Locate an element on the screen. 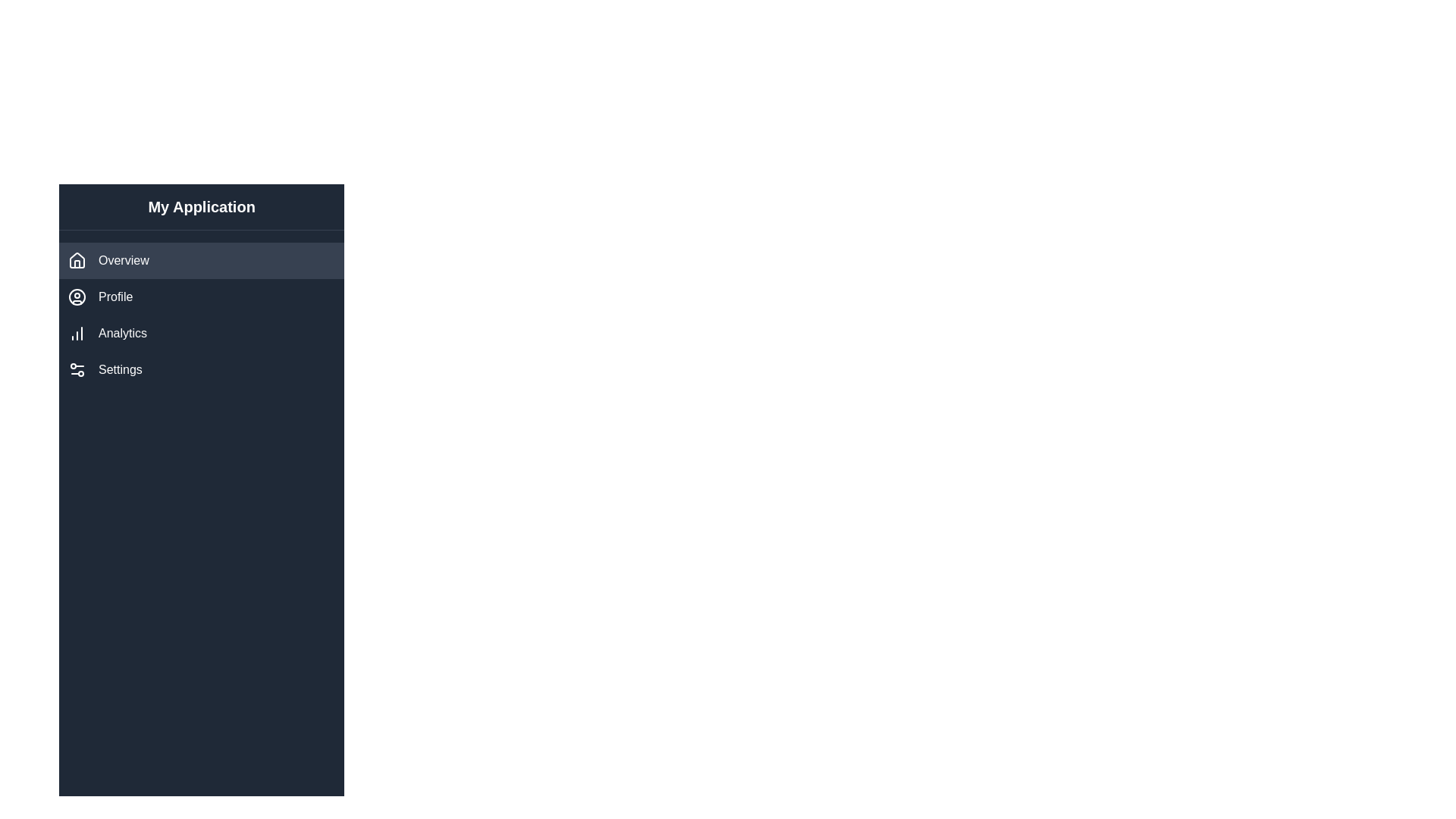  the third menu item under 'My Application' is located at coordinates (201, 332).